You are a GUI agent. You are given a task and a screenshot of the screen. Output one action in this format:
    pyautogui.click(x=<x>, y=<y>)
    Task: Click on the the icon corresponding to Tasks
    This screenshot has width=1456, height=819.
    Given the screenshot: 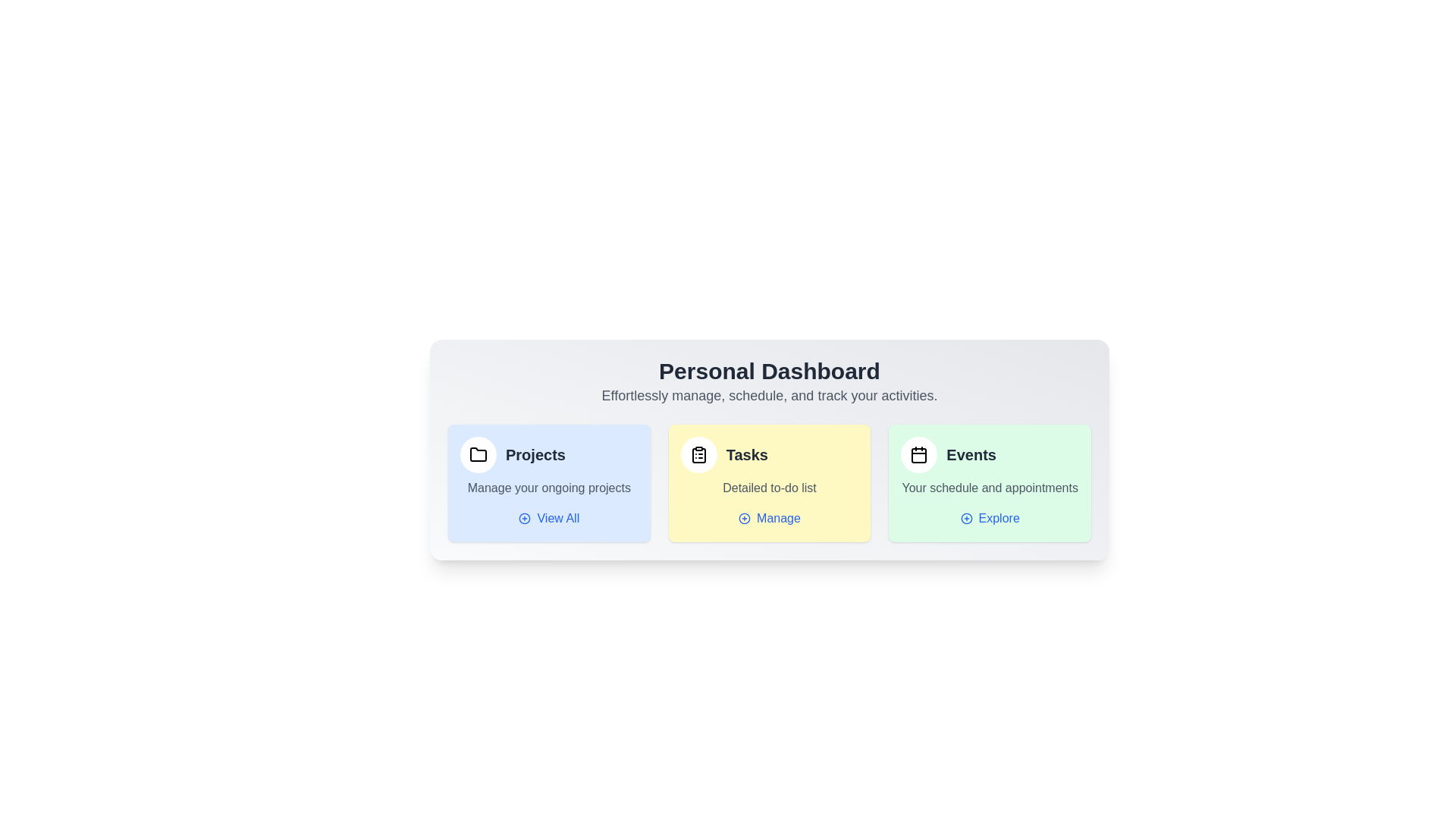 What is the action you would take?
    pyautogui.click(x=698, y=454)
    